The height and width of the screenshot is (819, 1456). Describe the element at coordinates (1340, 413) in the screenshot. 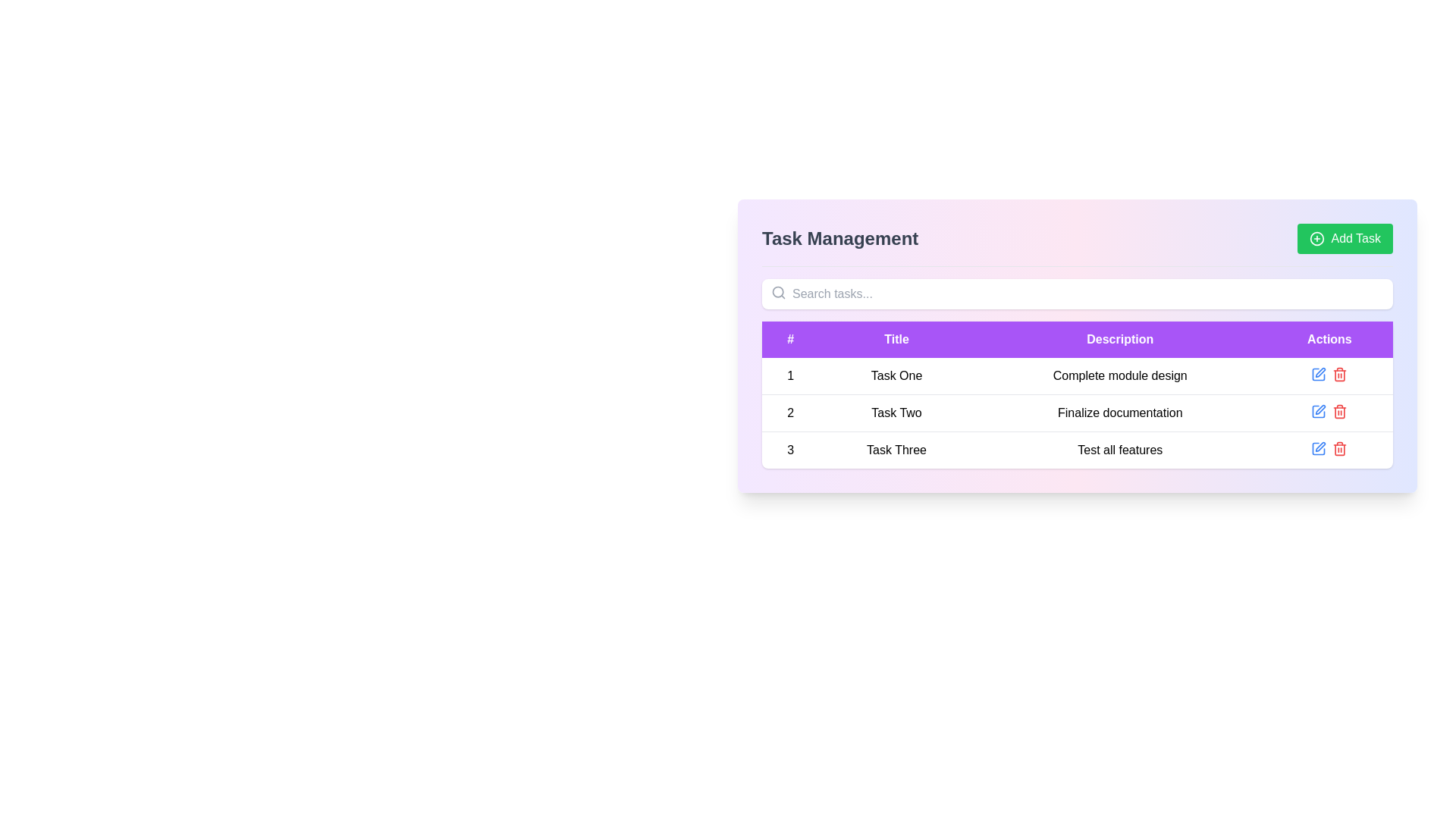

I see `the side panel of the trash can icon in the 'Actions' column of the third row in the table` at that location.